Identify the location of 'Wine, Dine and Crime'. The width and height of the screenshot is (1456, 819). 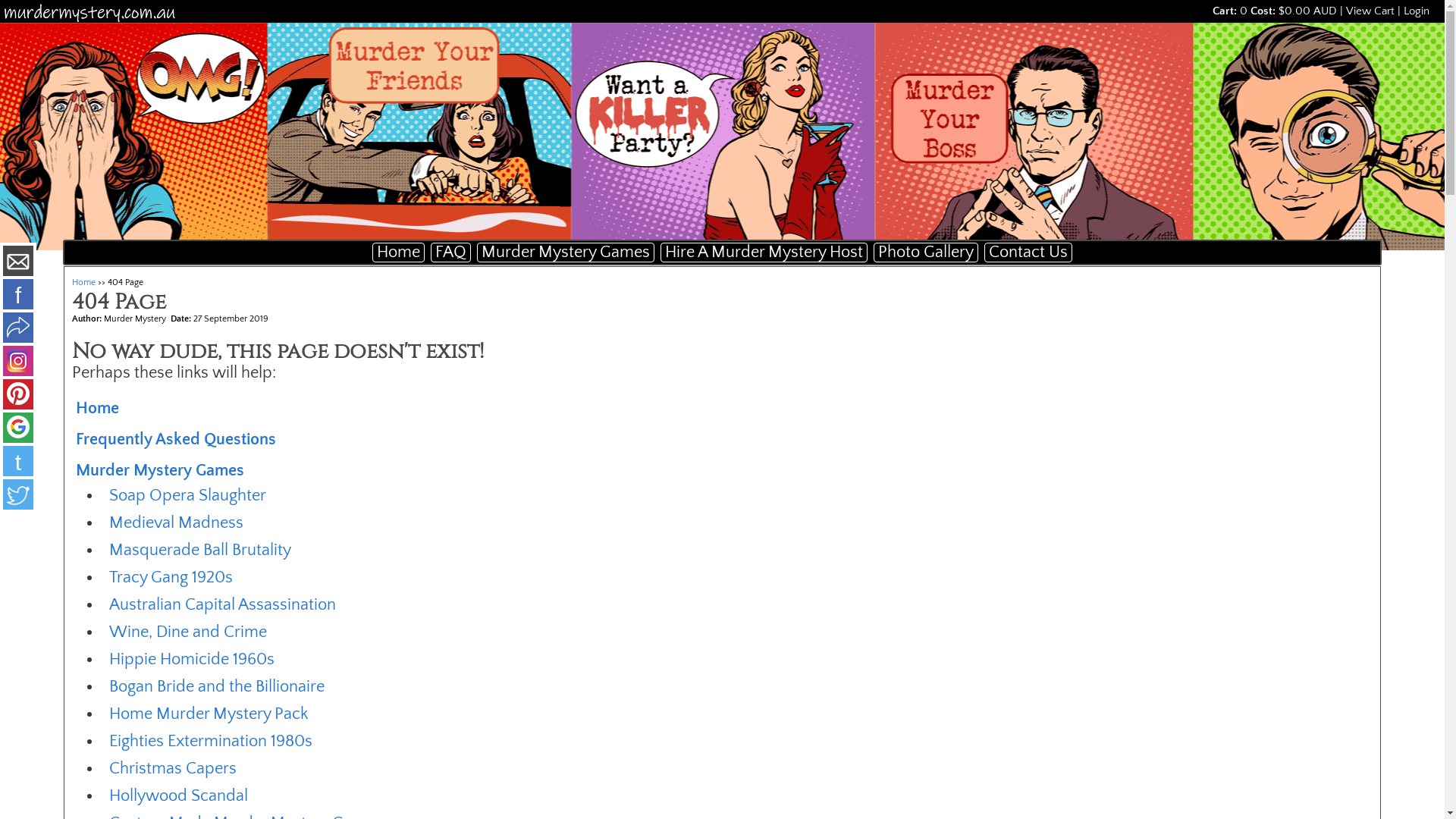
(187, 632).